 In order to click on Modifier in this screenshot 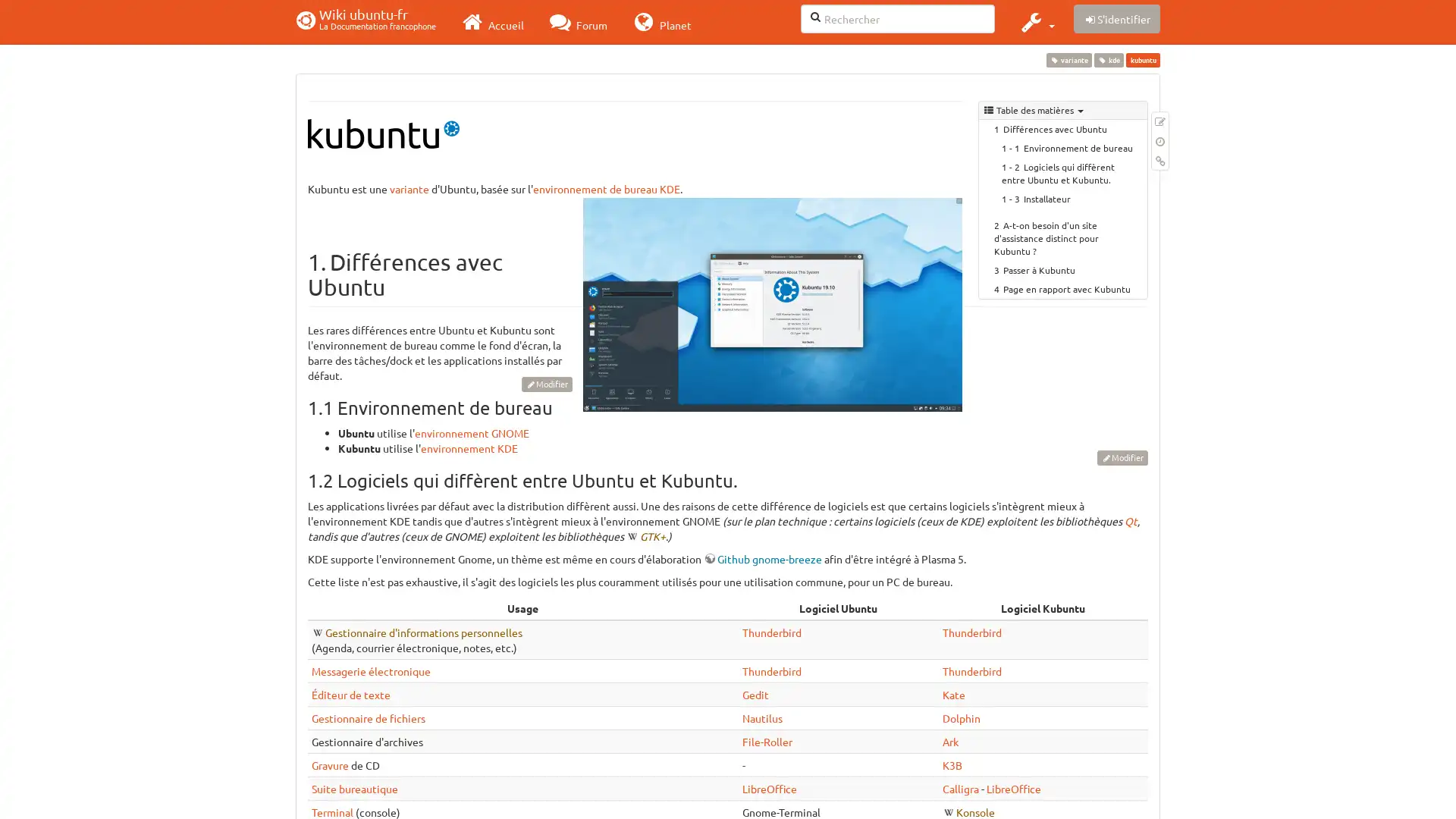, I will do `click(546, 383)`.